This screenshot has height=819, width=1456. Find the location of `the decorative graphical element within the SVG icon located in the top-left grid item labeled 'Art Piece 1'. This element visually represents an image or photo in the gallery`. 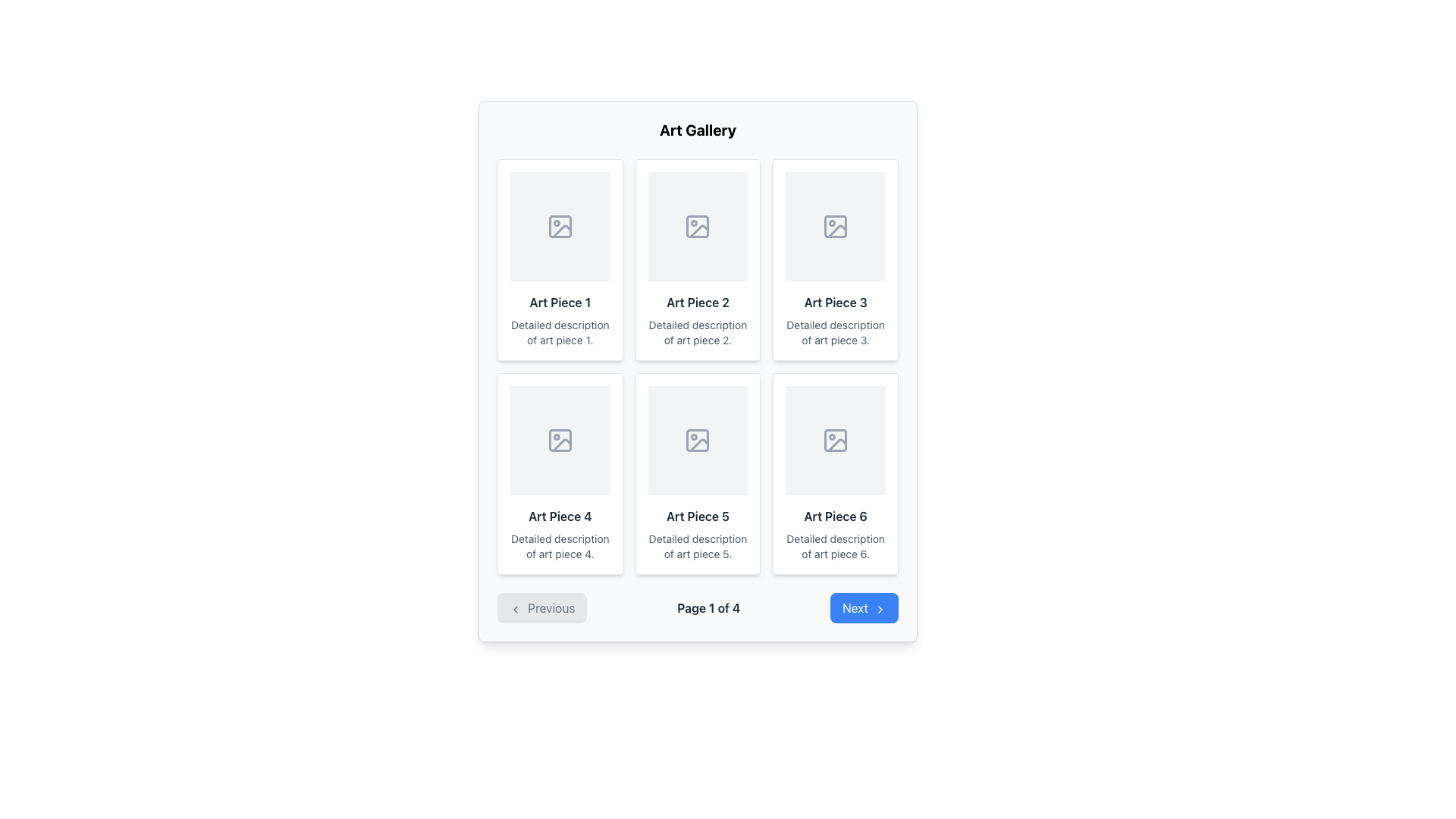

the decorative graphical element within the SVG icon located in the top-left grid item labeled 'Art Piece 1'. This element visually represents an image or photo in the gallery is located at coordinates (561, 231).